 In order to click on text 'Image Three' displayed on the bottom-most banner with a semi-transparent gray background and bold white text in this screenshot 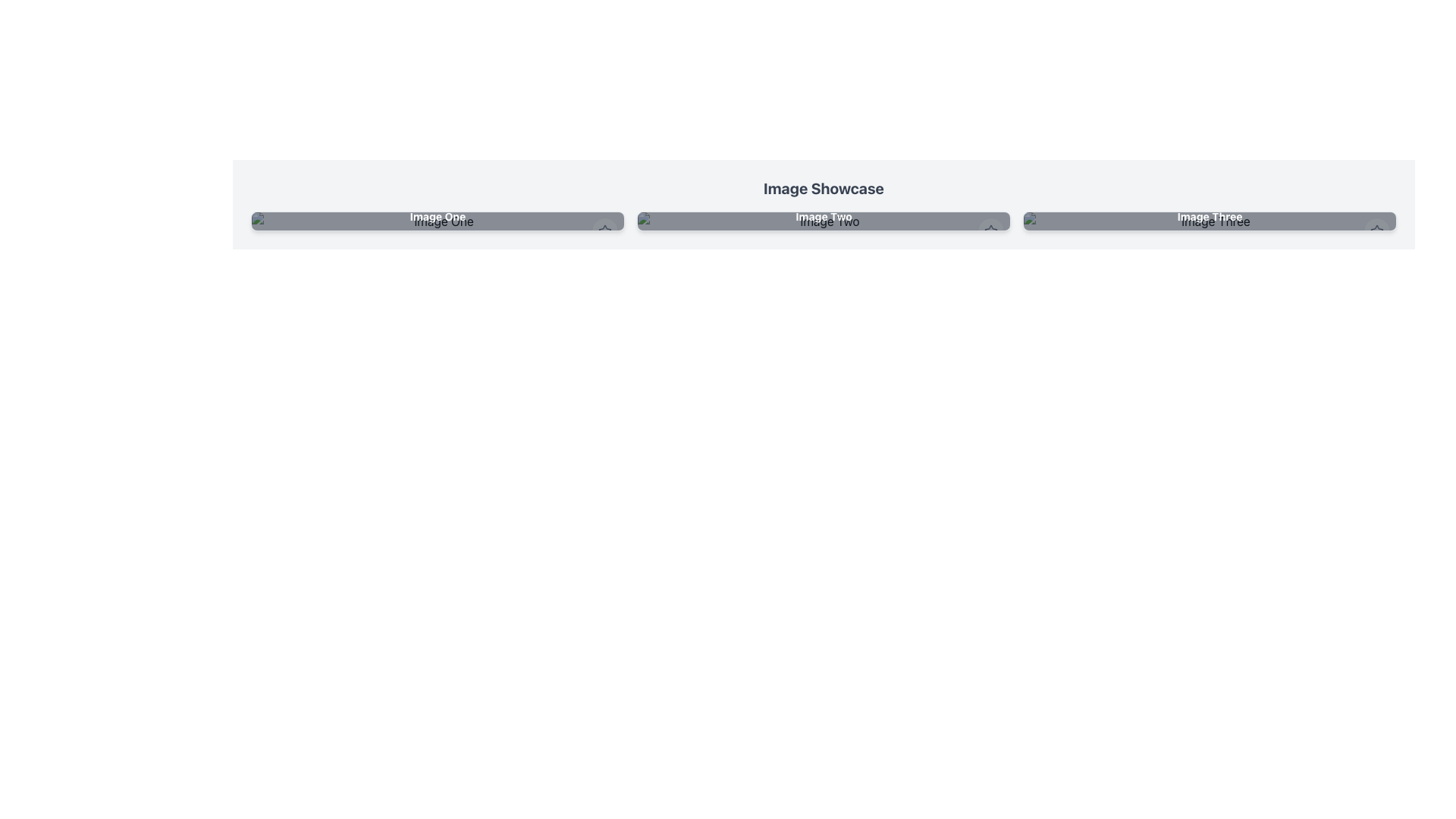, I will do `click(1209, 216)`.